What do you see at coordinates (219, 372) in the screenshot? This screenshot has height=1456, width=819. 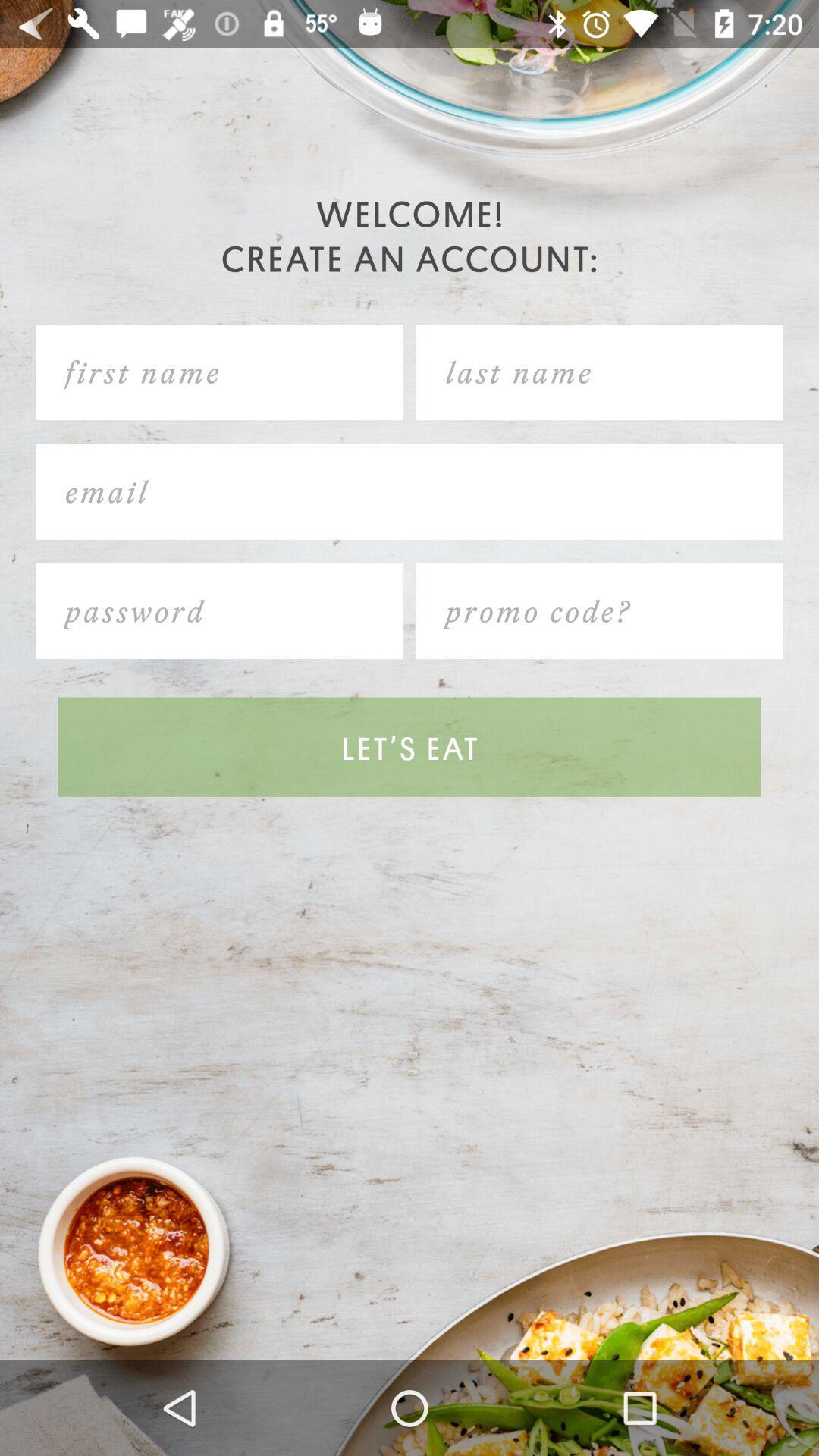 I see `write a first name` at bounding box center [219, 372].